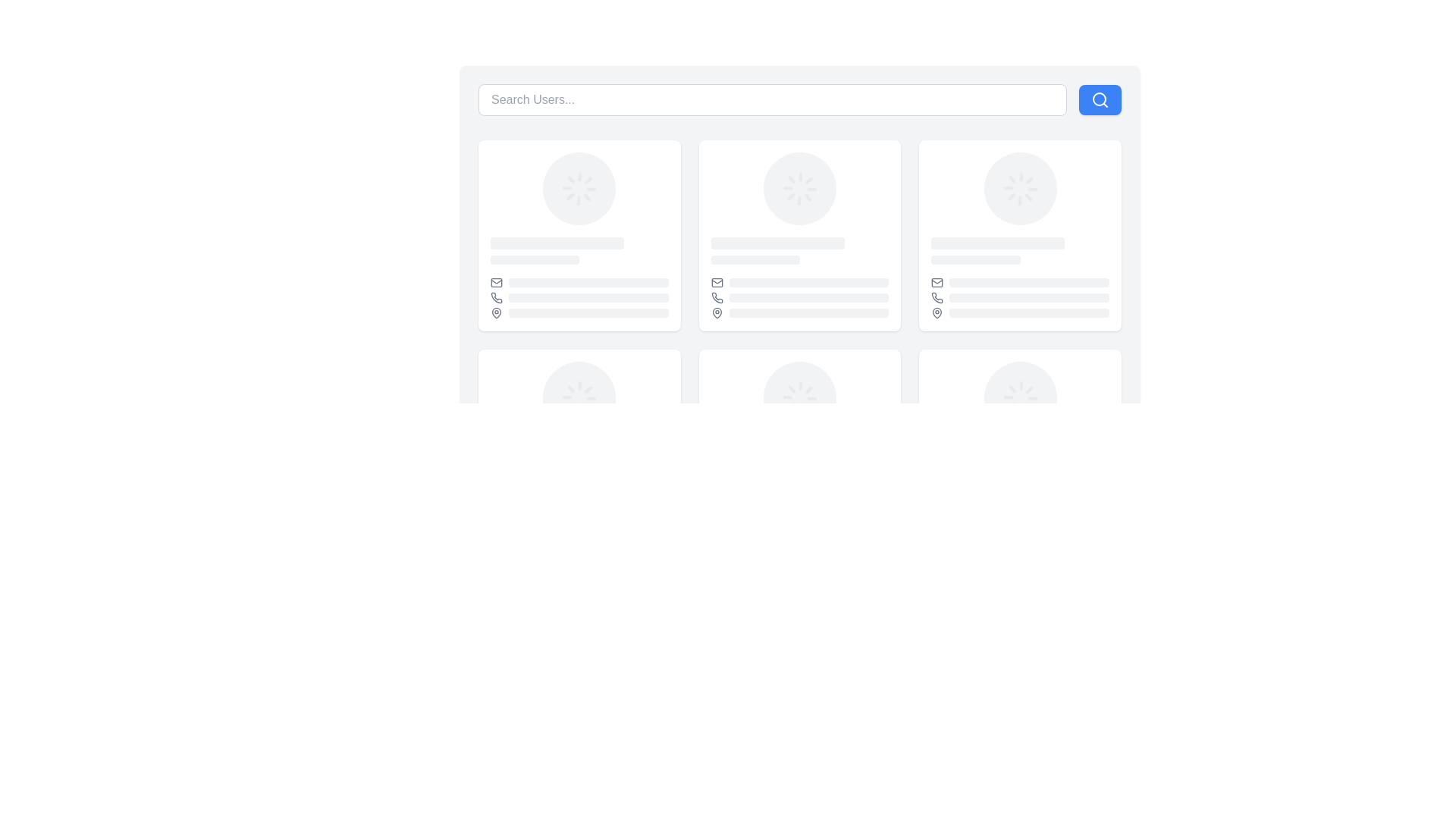 This screenshot has height=819, width=1456. Describe the element at coordinates (937, 298) in the screenshot. I see `the phone receiver icon, which is a gray outlined icon located in the upper-right quadrant of the card layout` at that location.